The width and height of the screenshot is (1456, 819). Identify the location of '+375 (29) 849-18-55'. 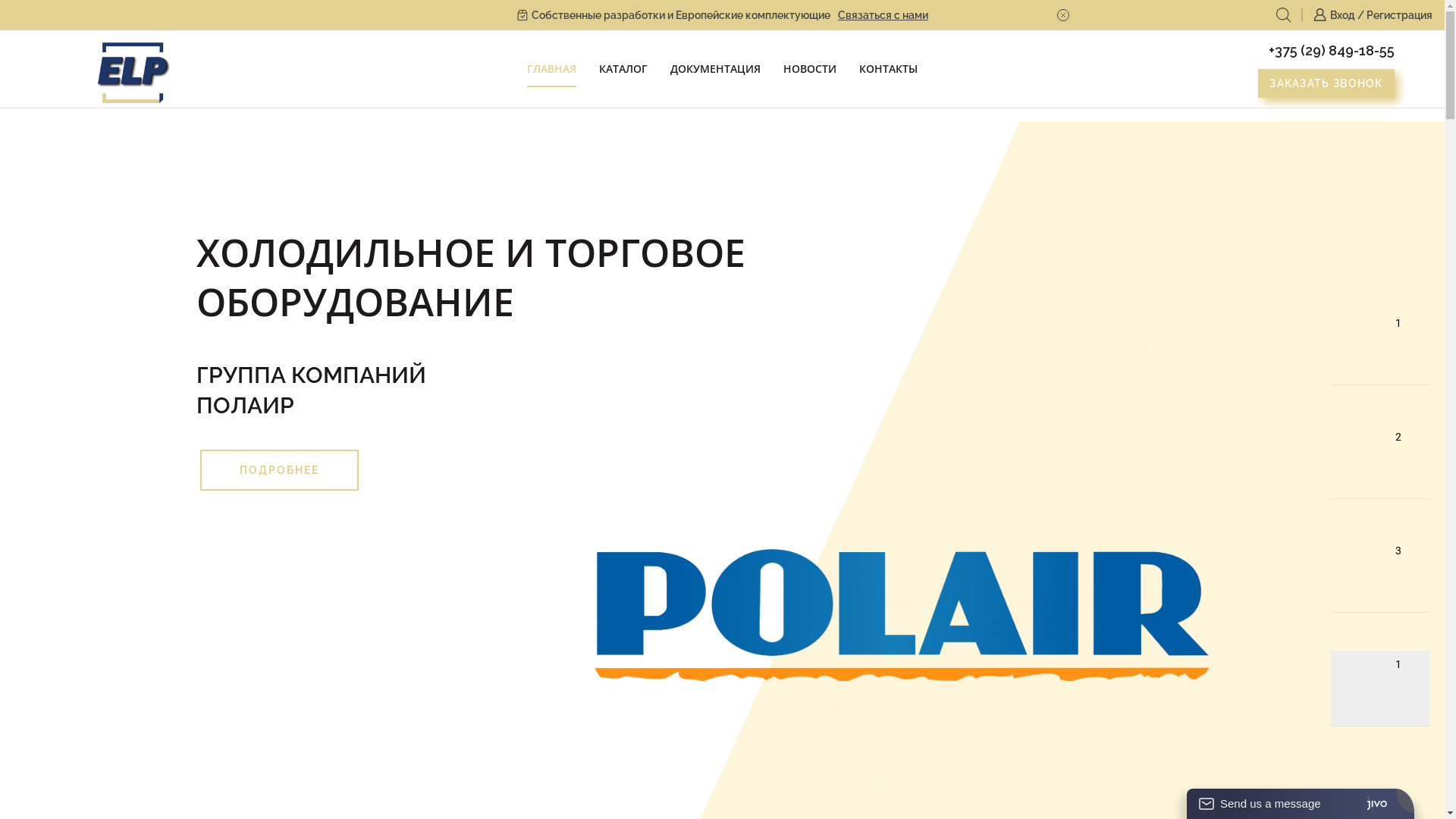
(1331, 49).